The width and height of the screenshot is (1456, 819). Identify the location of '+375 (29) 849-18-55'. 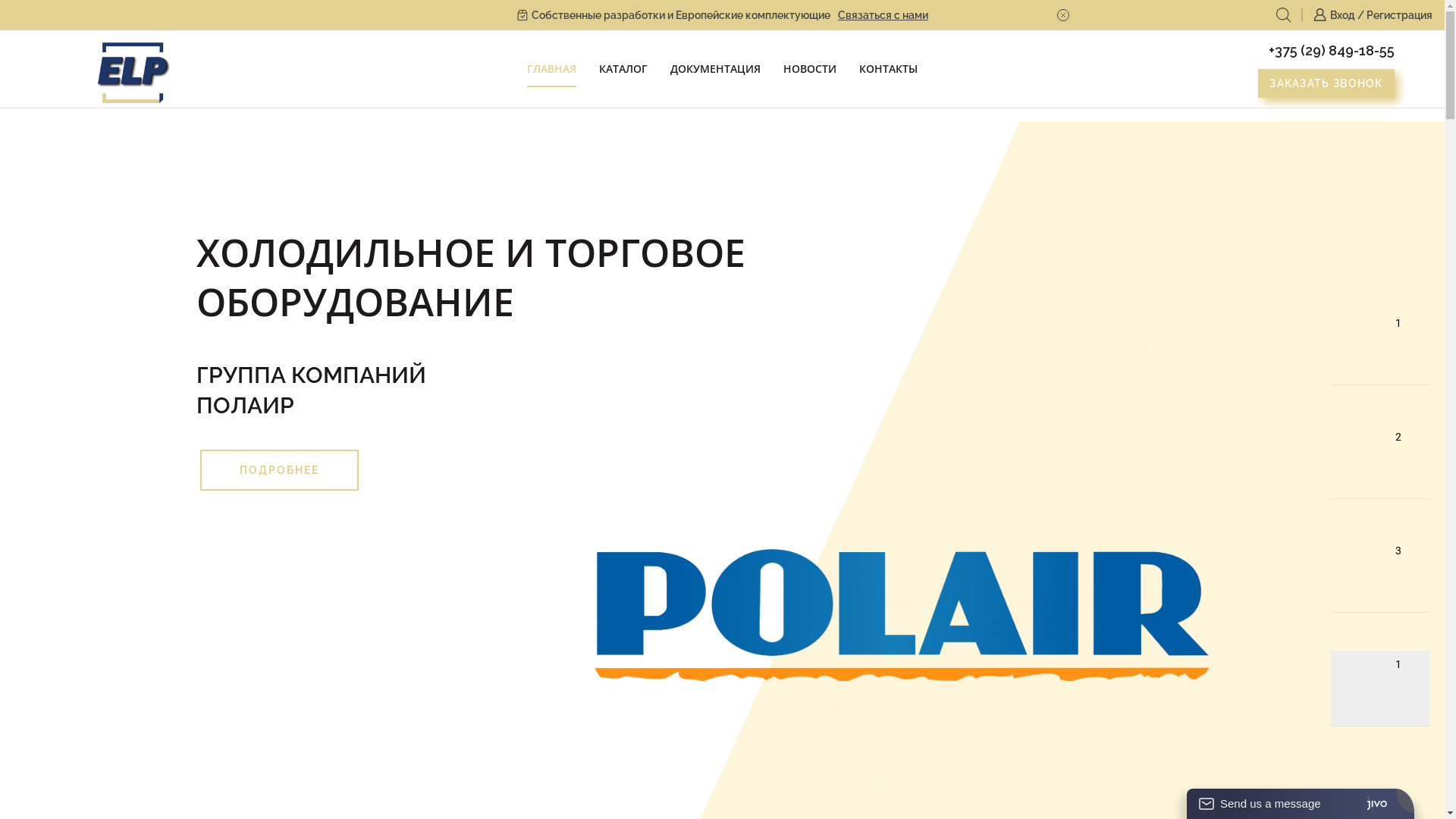
(1331, 49).